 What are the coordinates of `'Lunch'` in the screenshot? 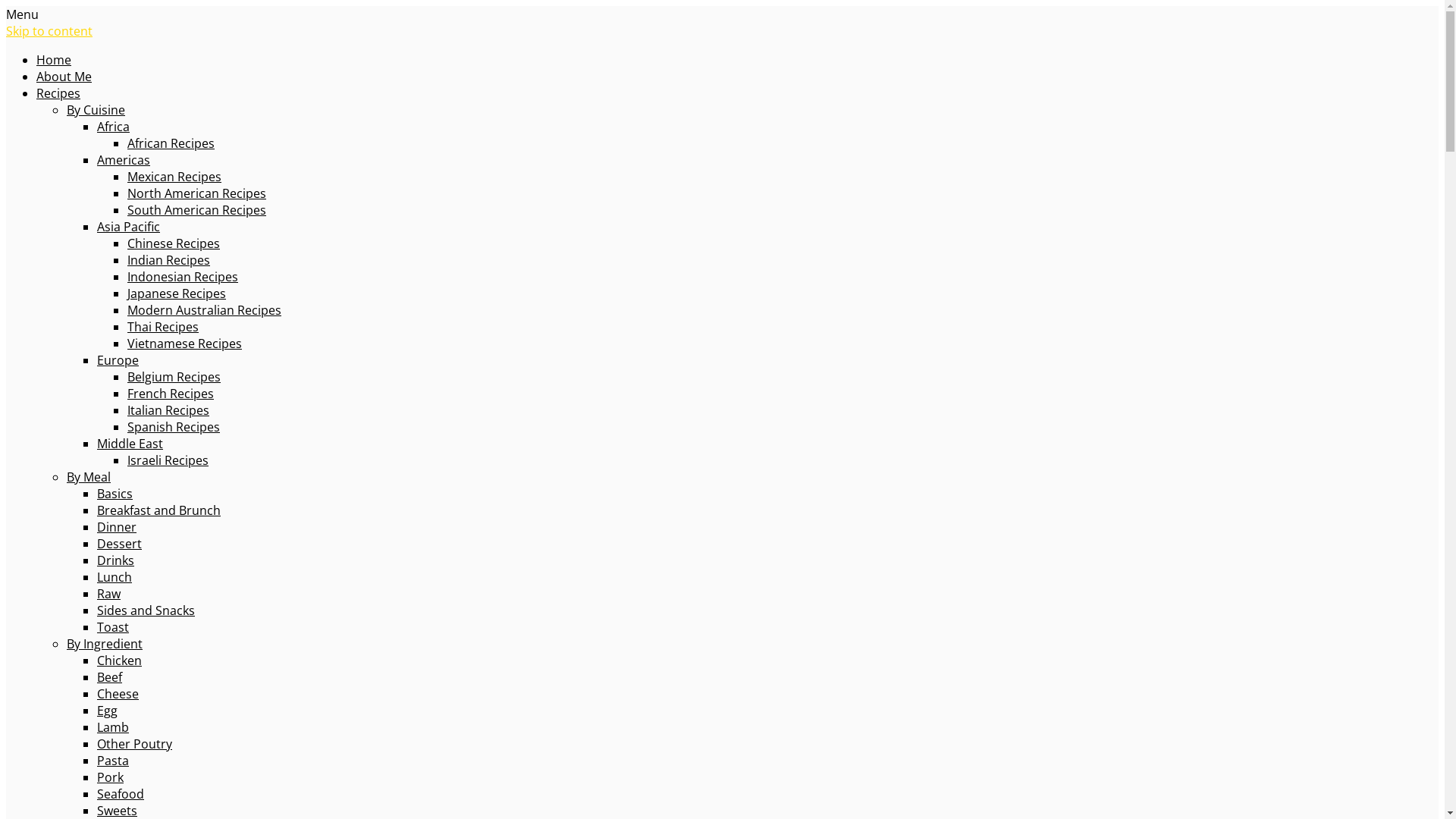 It's located at (113, 576).